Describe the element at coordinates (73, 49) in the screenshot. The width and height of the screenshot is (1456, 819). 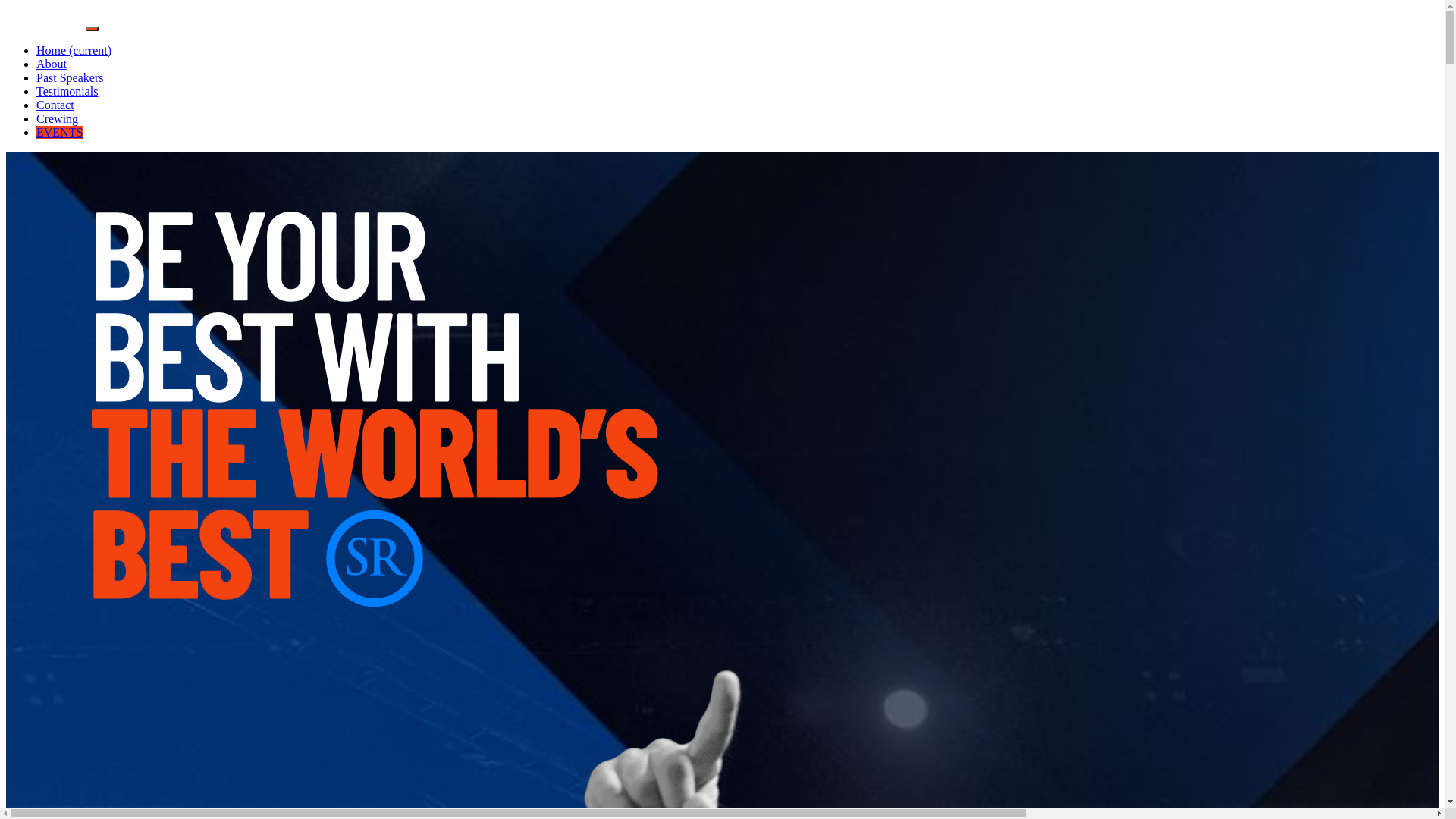
I see `'Home (current)'` at that location.